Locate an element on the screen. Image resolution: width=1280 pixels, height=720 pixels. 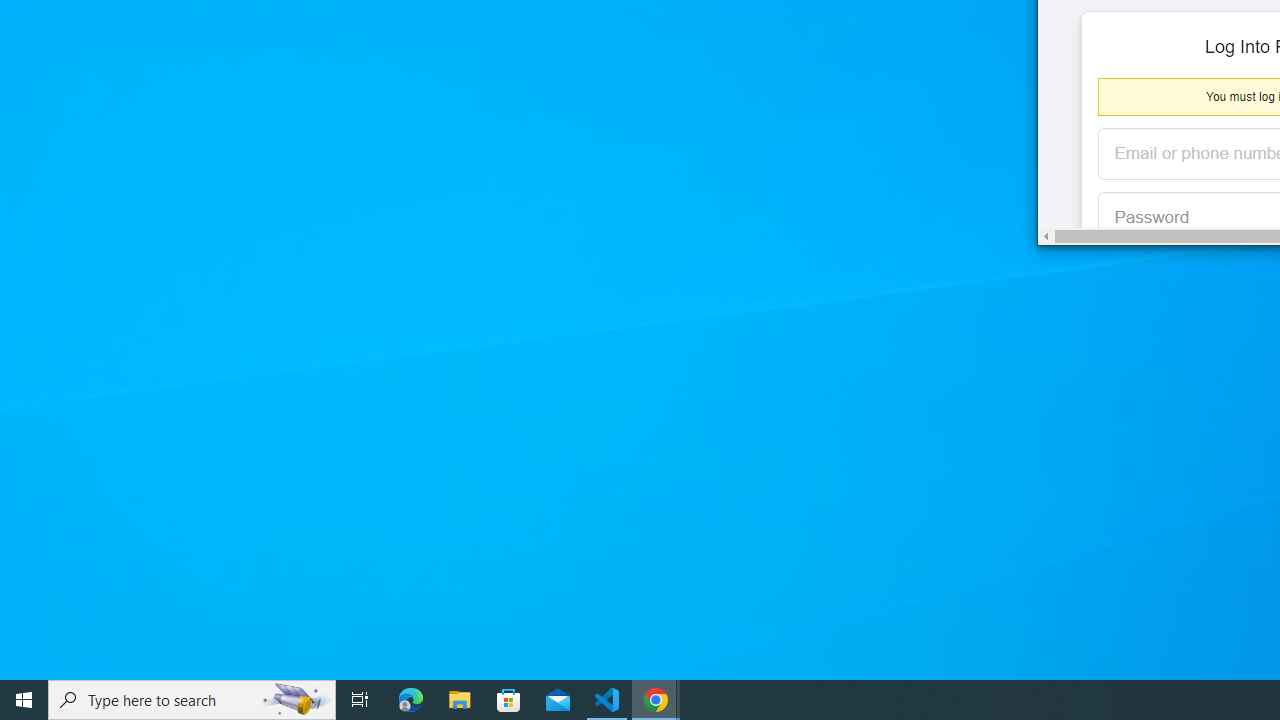
'Google Chrome - 3 running windows' is located at coordinates (656, 698).